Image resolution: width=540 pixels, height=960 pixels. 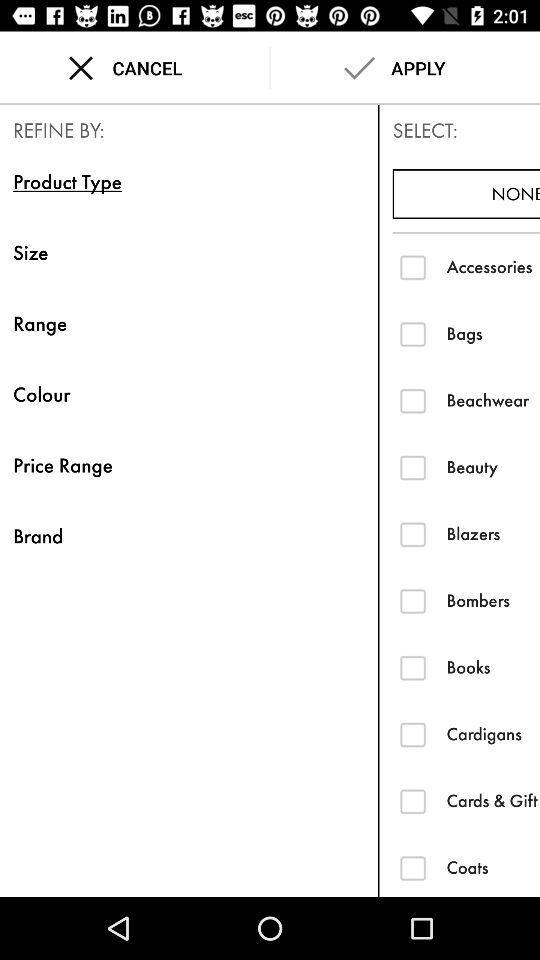 I want to click on the category, so click(x=412, y=801).